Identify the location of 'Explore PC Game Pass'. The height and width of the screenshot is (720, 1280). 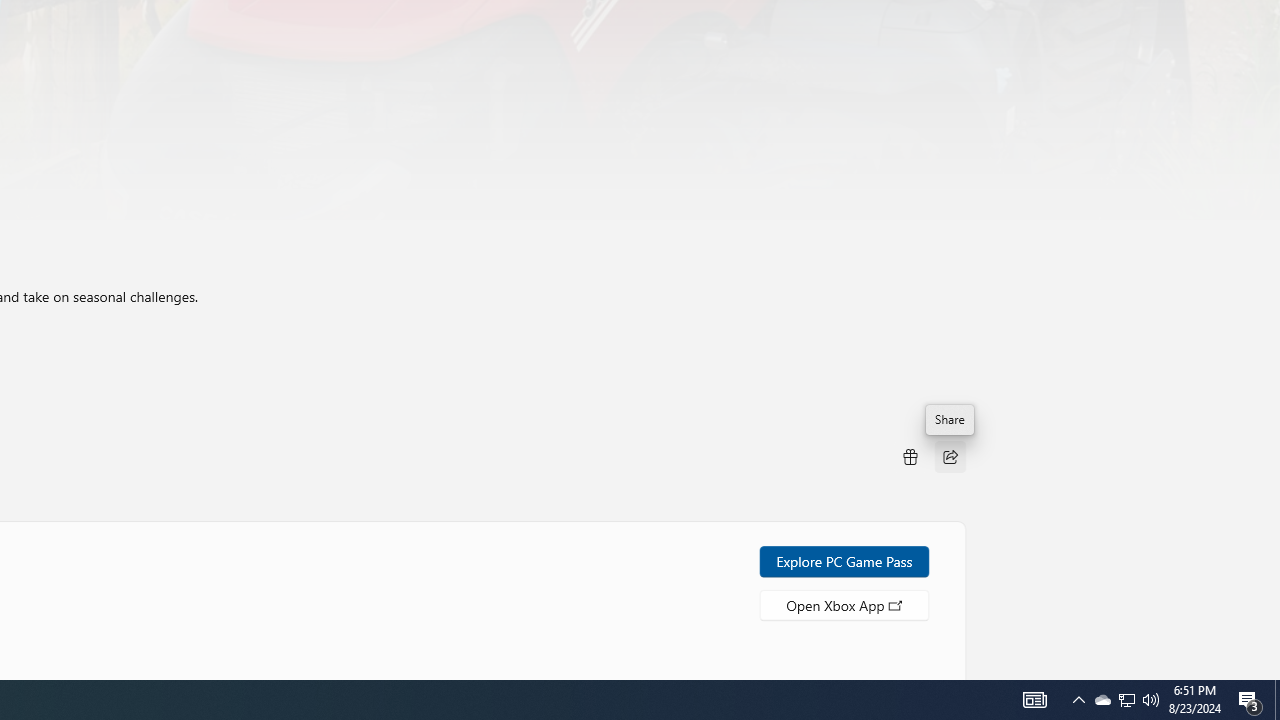
(844, 561).